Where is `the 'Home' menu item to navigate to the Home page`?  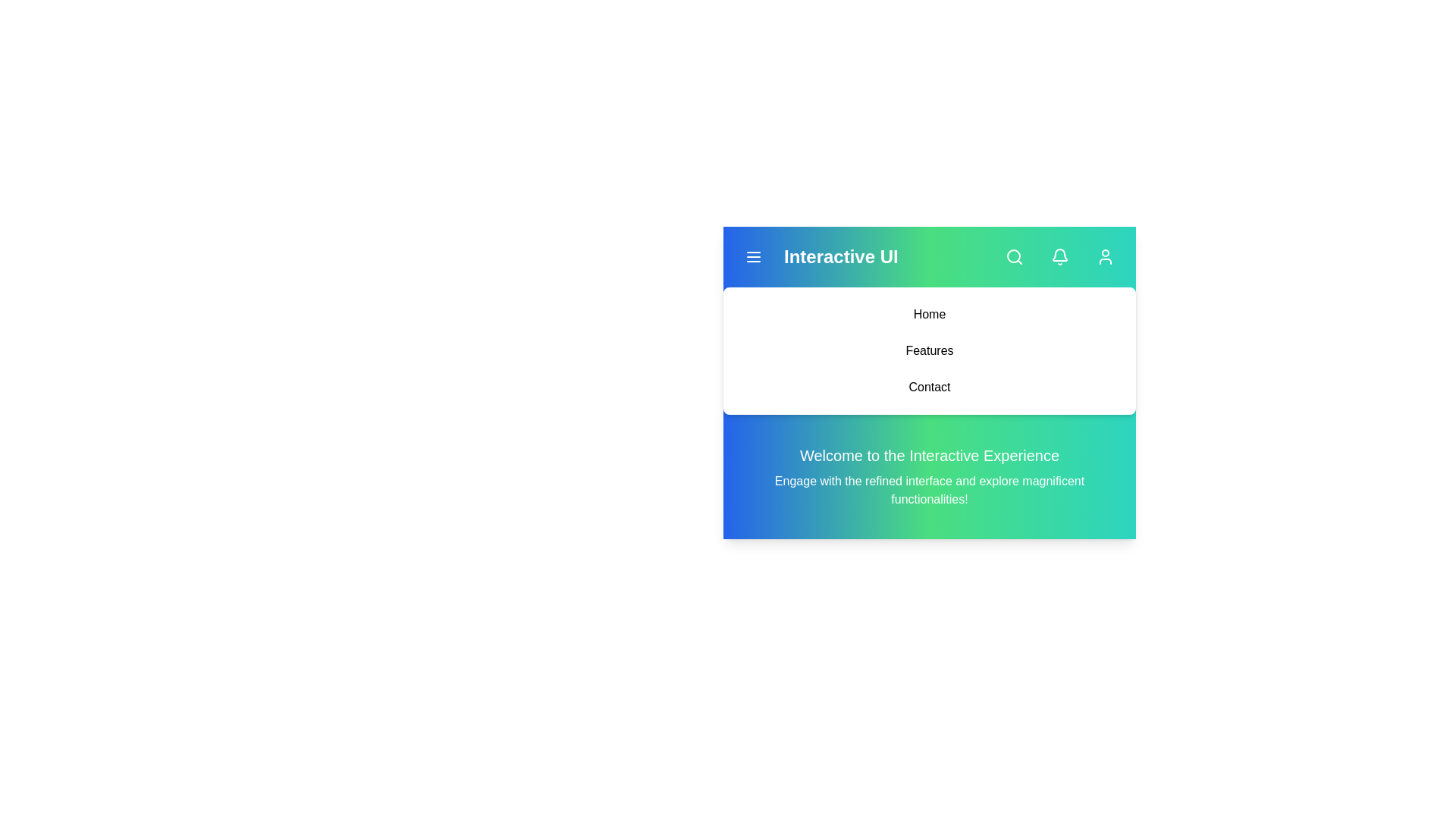
the 'Home' menu item to navigate to the Home page is located at coordinates (928, 314).